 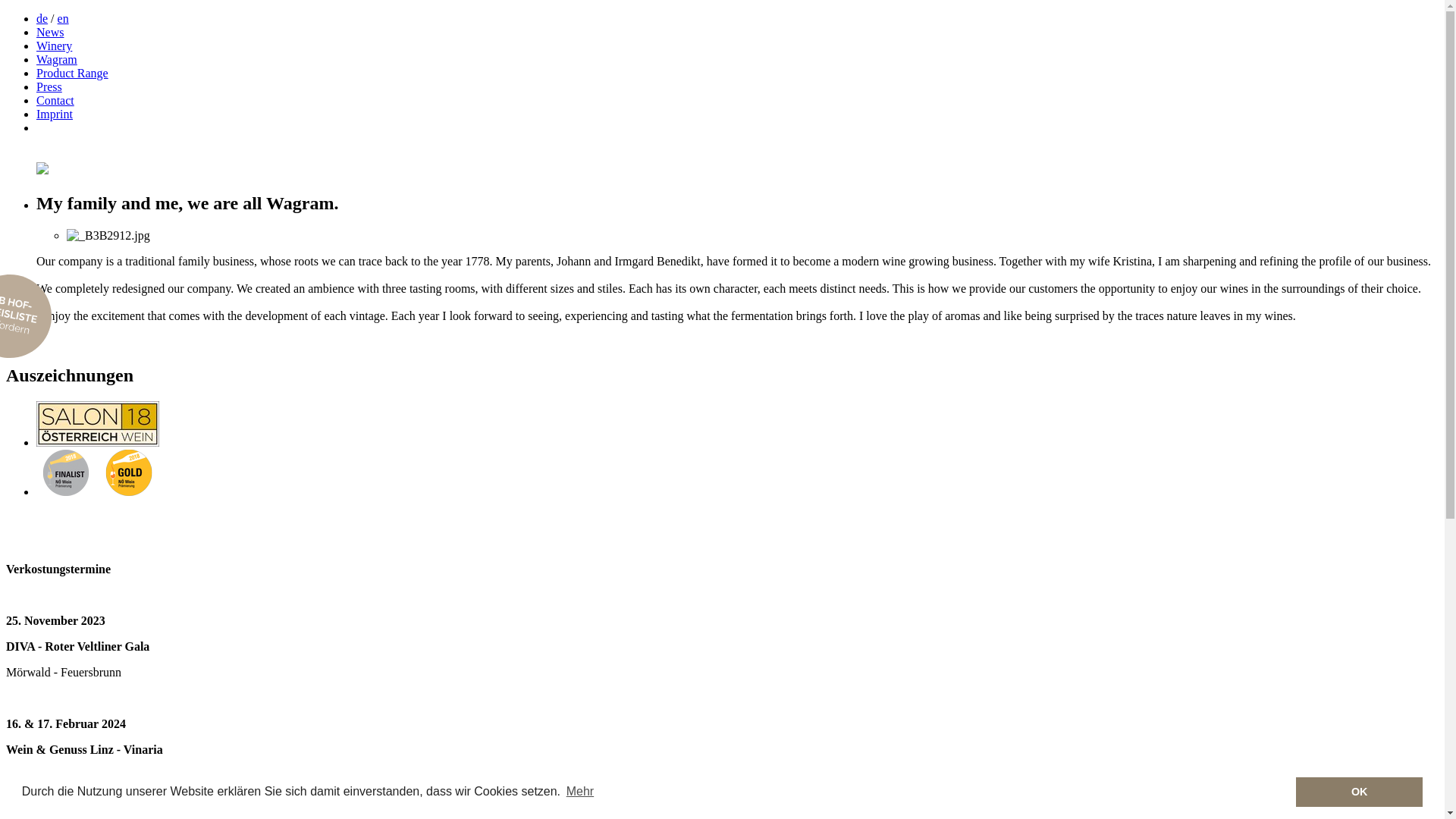 I want to click on 'OK', so click(x=1294, y=791).